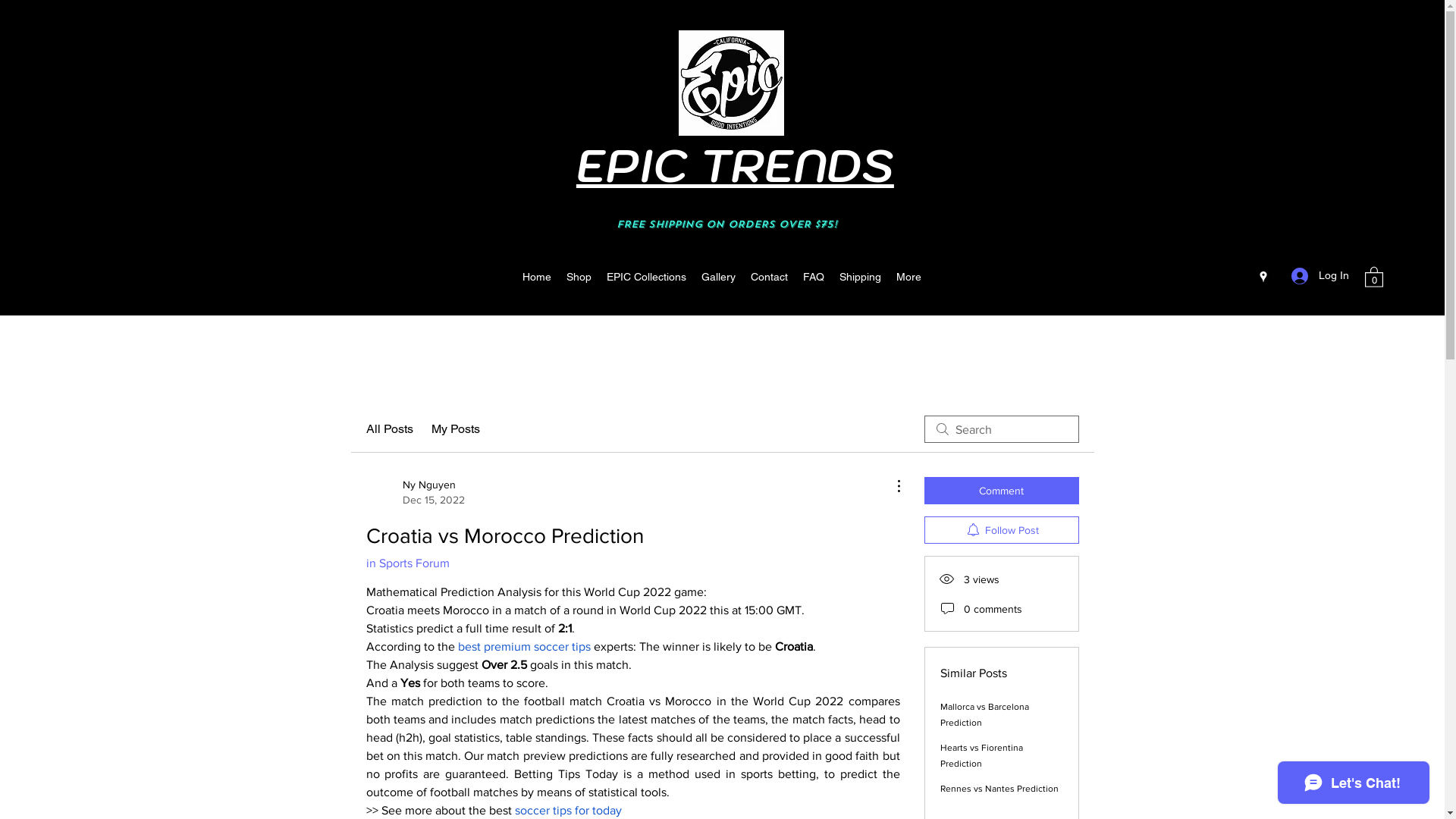 Image resolution: width=1456 pixels, height=819 pixels. Describe the element at coordinates (415, 491) in the screenshot. I see `'Ny Nguyen` at that location.